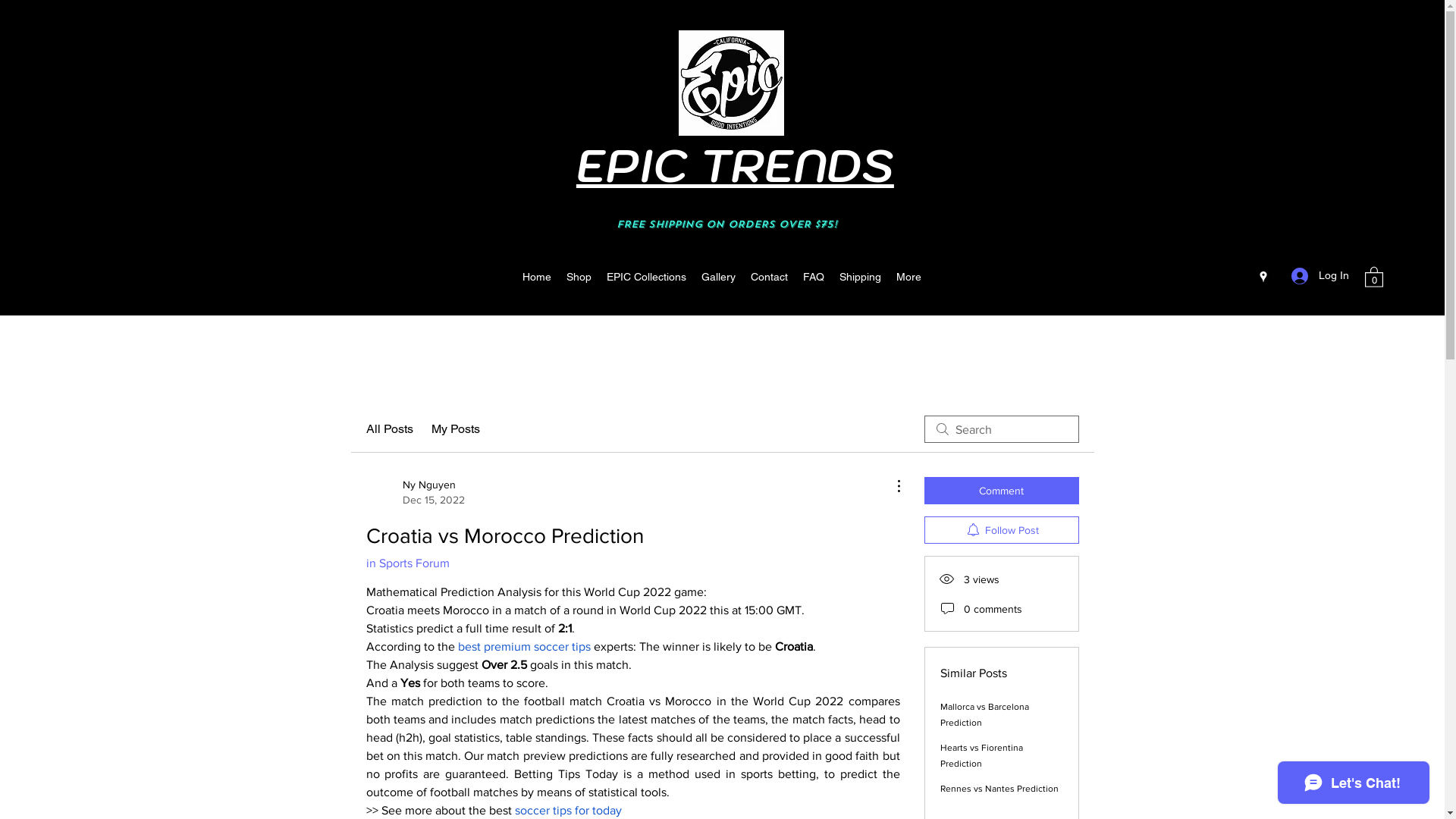 Image resolution: width=1456 pixels, height=819 pixels. Describe the element at coordinates (415, 491) in the screenshot. I see `'Ny Nguyen` at that location.